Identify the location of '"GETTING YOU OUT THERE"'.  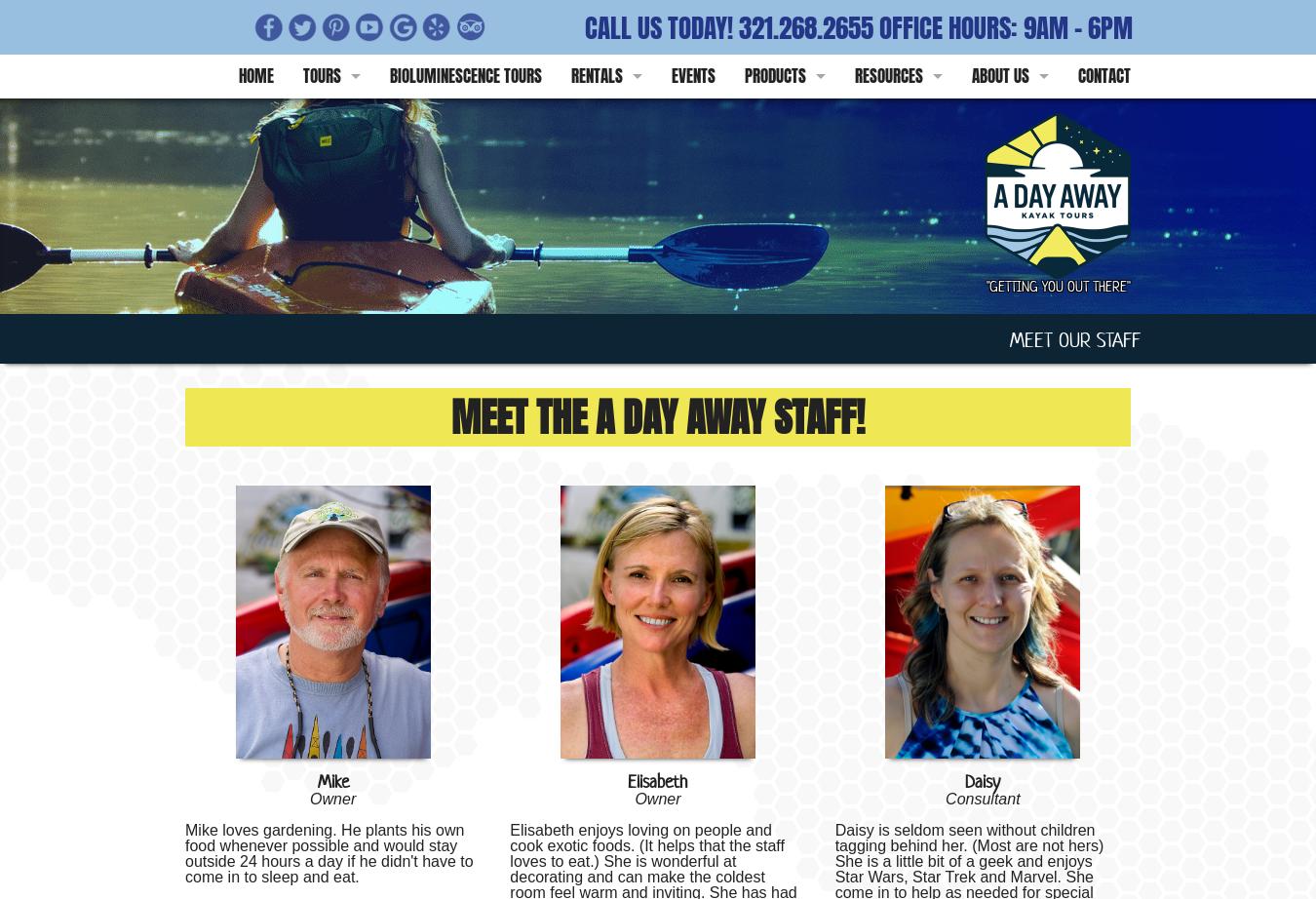
(1058, 285).